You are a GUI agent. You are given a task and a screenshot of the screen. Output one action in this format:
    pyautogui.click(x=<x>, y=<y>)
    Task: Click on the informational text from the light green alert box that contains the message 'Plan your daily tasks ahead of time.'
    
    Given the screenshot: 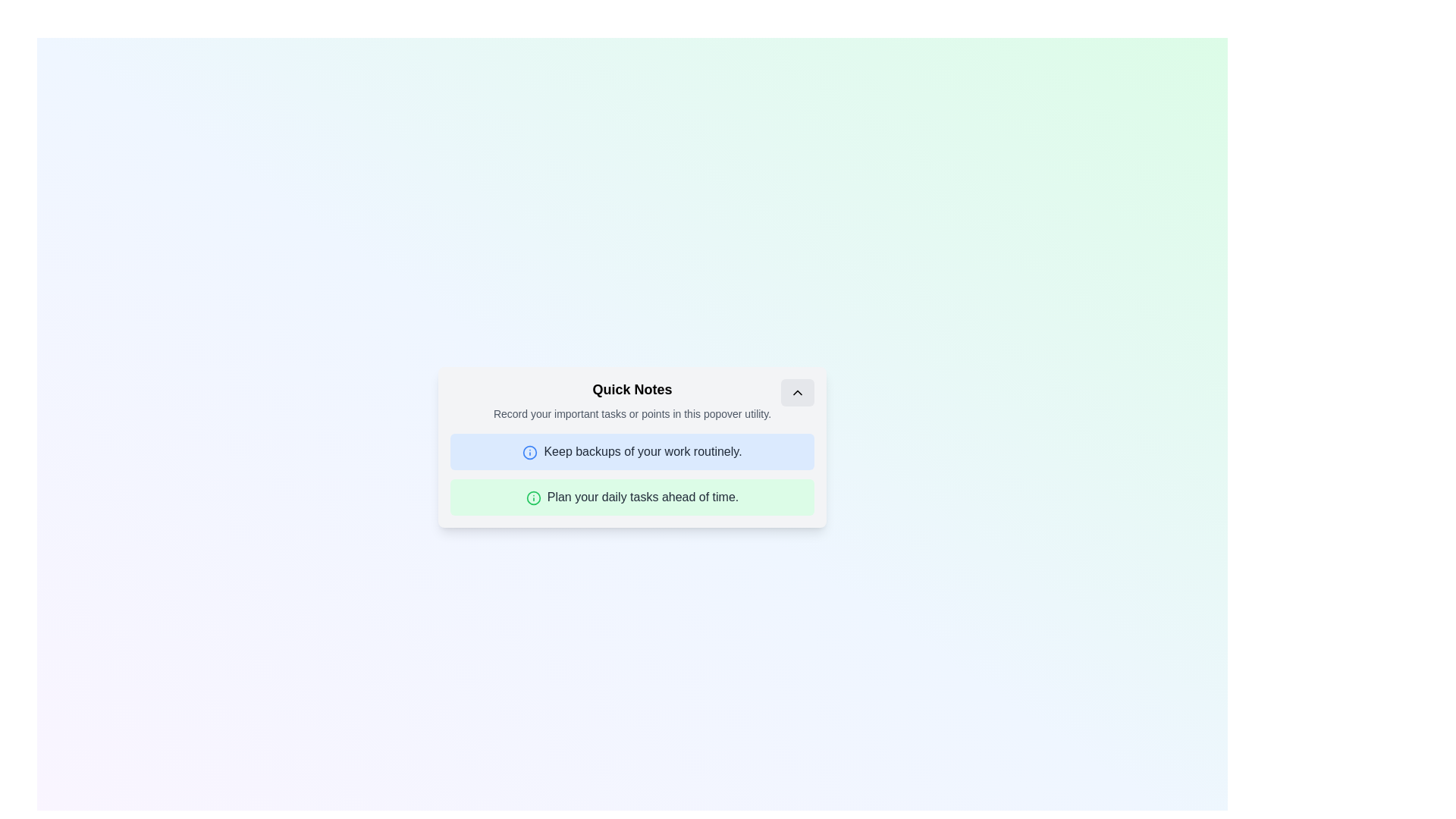 What is the action you would take?
    pyautogui.click(x=632, y=497)
    